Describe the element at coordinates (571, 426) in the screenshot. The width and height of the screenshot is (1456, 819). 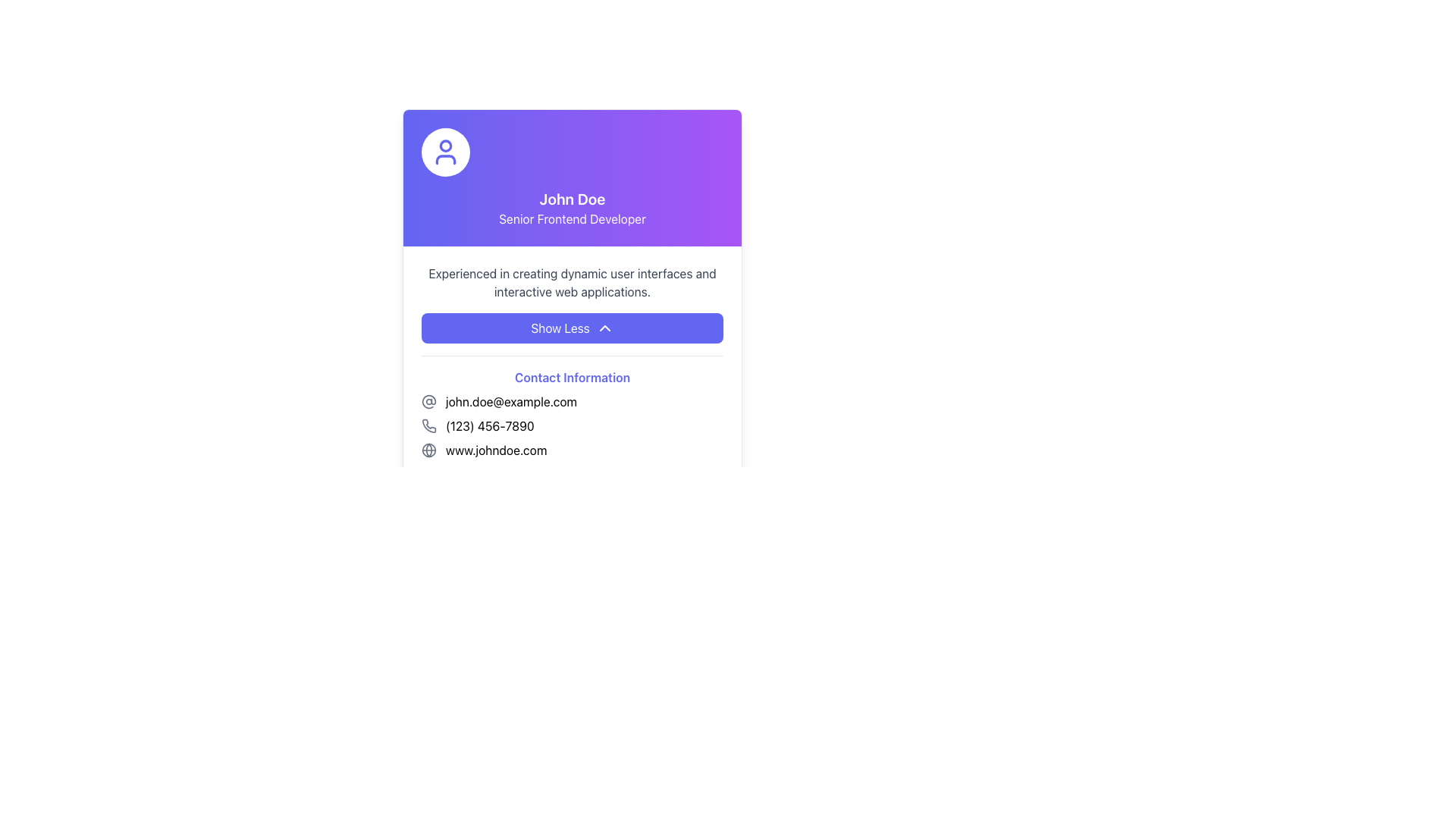
I see `the contact information list that displays 'john.doe@example.com', '(123) 456-7890', and 'www.johndoe.com' with icons on the left side` at that location.